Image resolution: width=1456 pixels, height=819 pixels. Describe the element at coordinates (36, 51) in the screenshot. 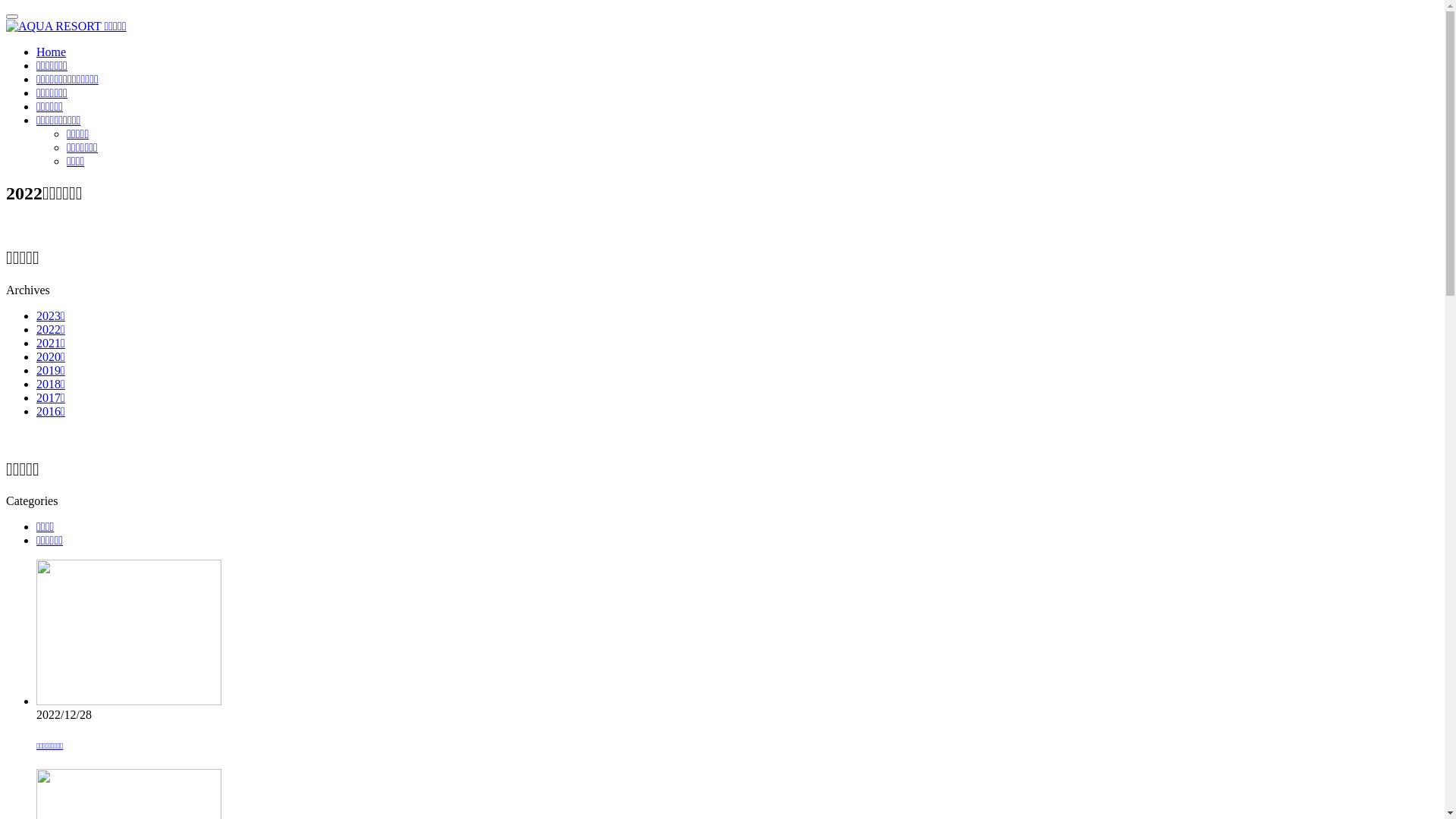

I see `'Home'` at that location.